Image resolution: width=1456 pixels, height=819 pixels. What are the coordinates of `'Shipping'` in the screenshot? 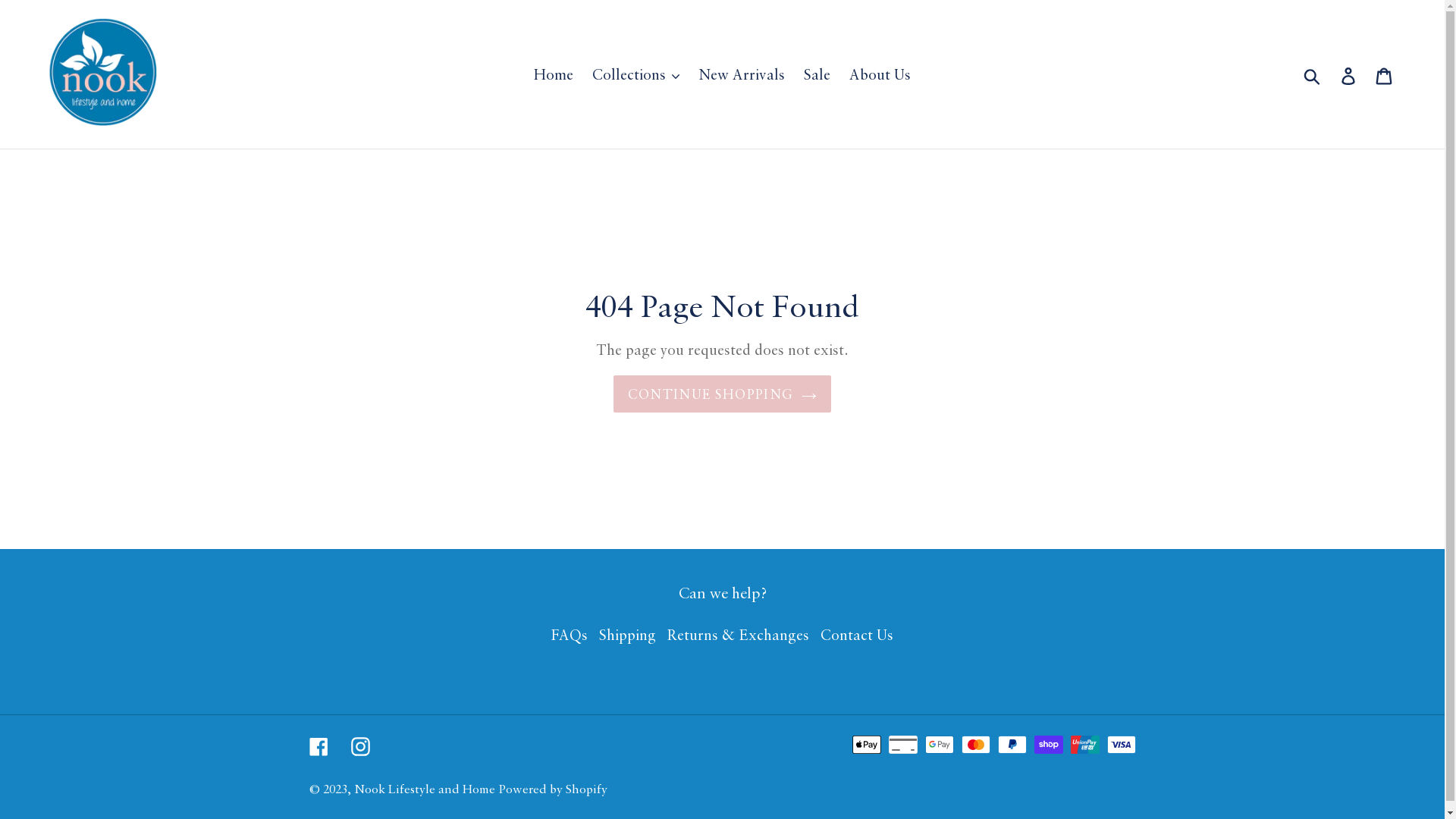 It's located at (627, 634).